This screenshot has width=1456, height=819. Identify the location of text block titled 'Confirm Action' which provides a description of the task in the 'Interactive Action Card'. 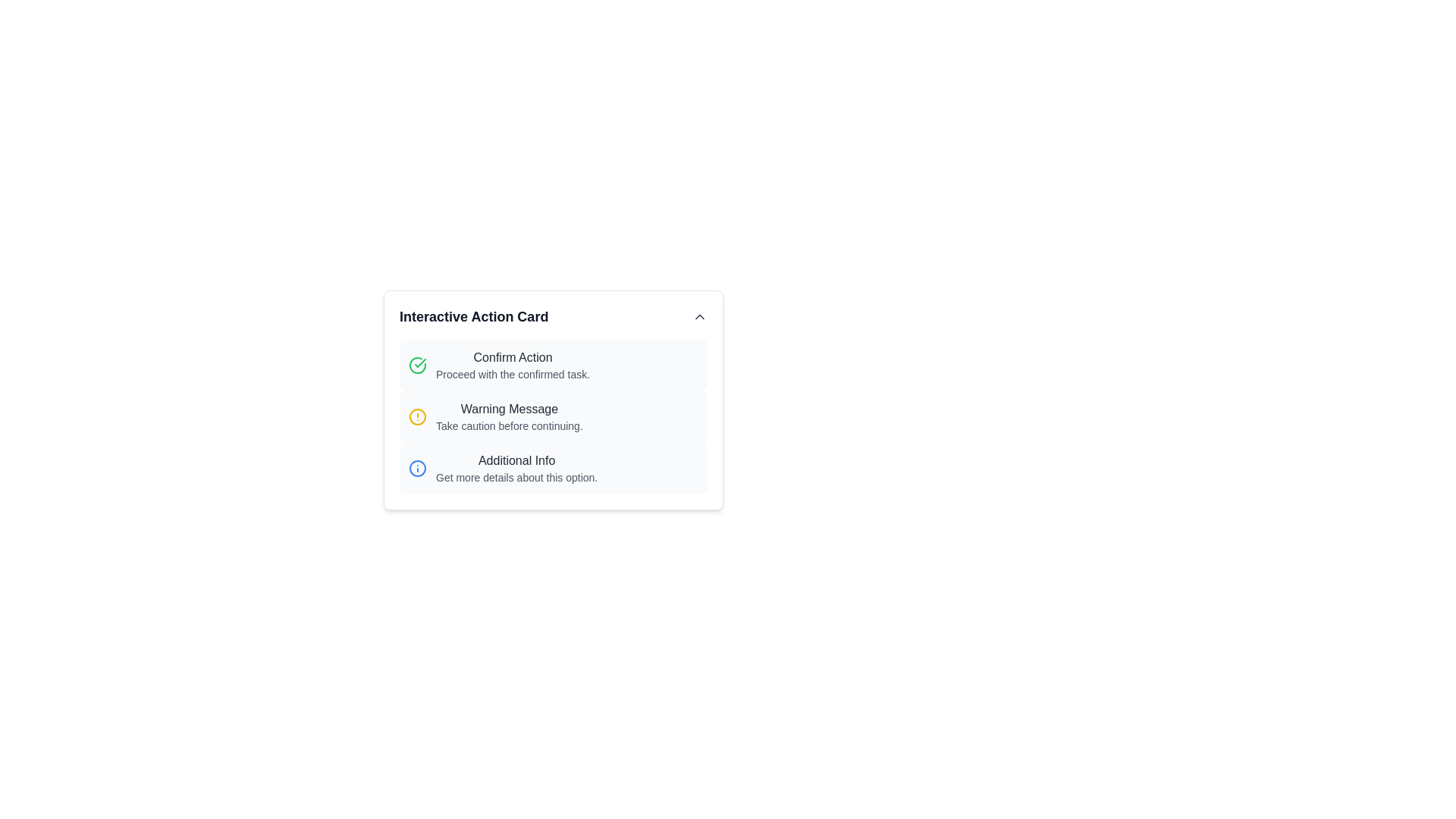
(513, 366).